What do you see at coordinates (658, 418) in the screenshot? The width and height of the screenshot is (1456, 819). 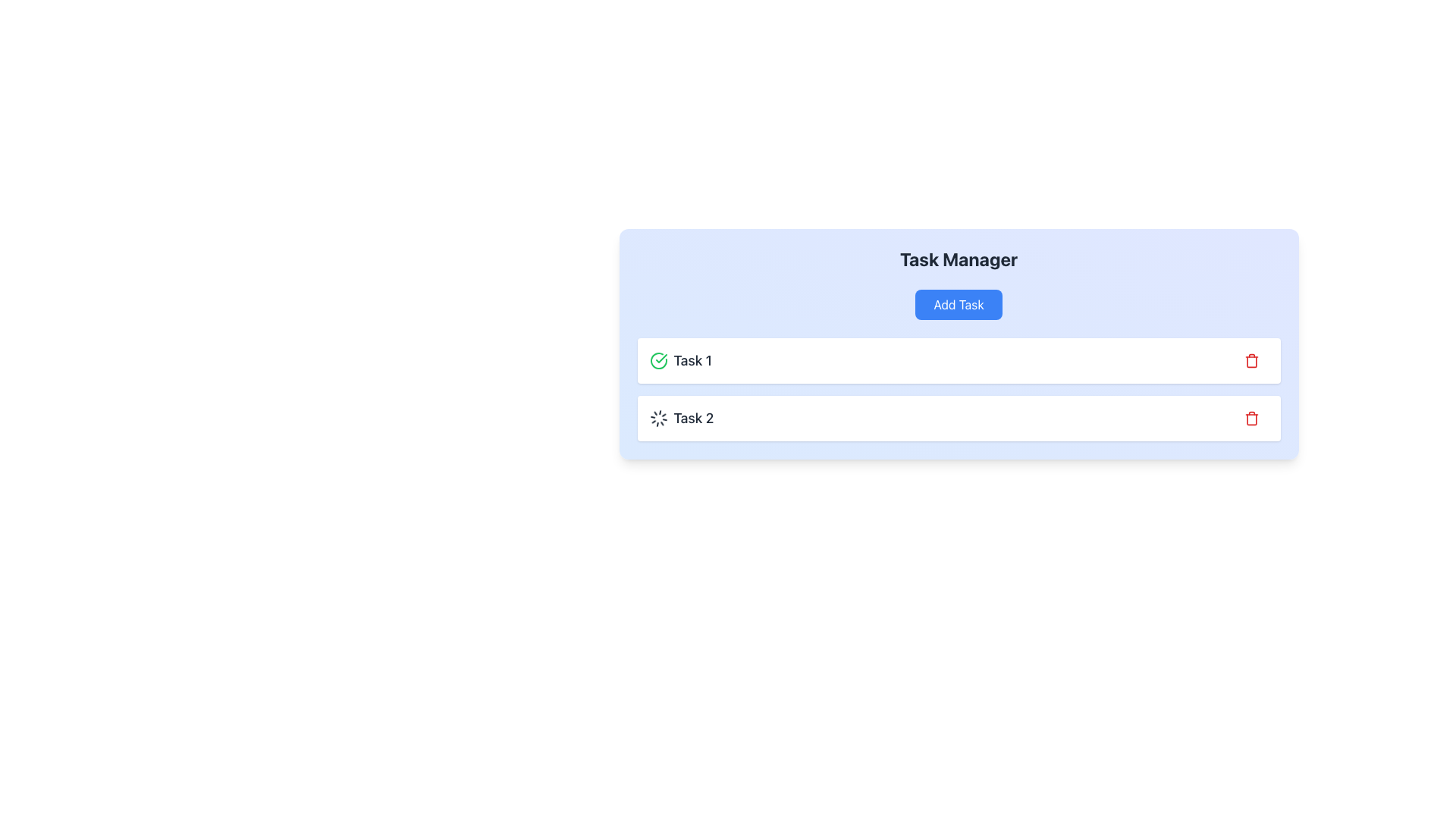 I see `the spinning loader icon located to the left of the text 'Task 2' in the second row of the task list under 'Task Manager'` at bounding box center [658, 418].